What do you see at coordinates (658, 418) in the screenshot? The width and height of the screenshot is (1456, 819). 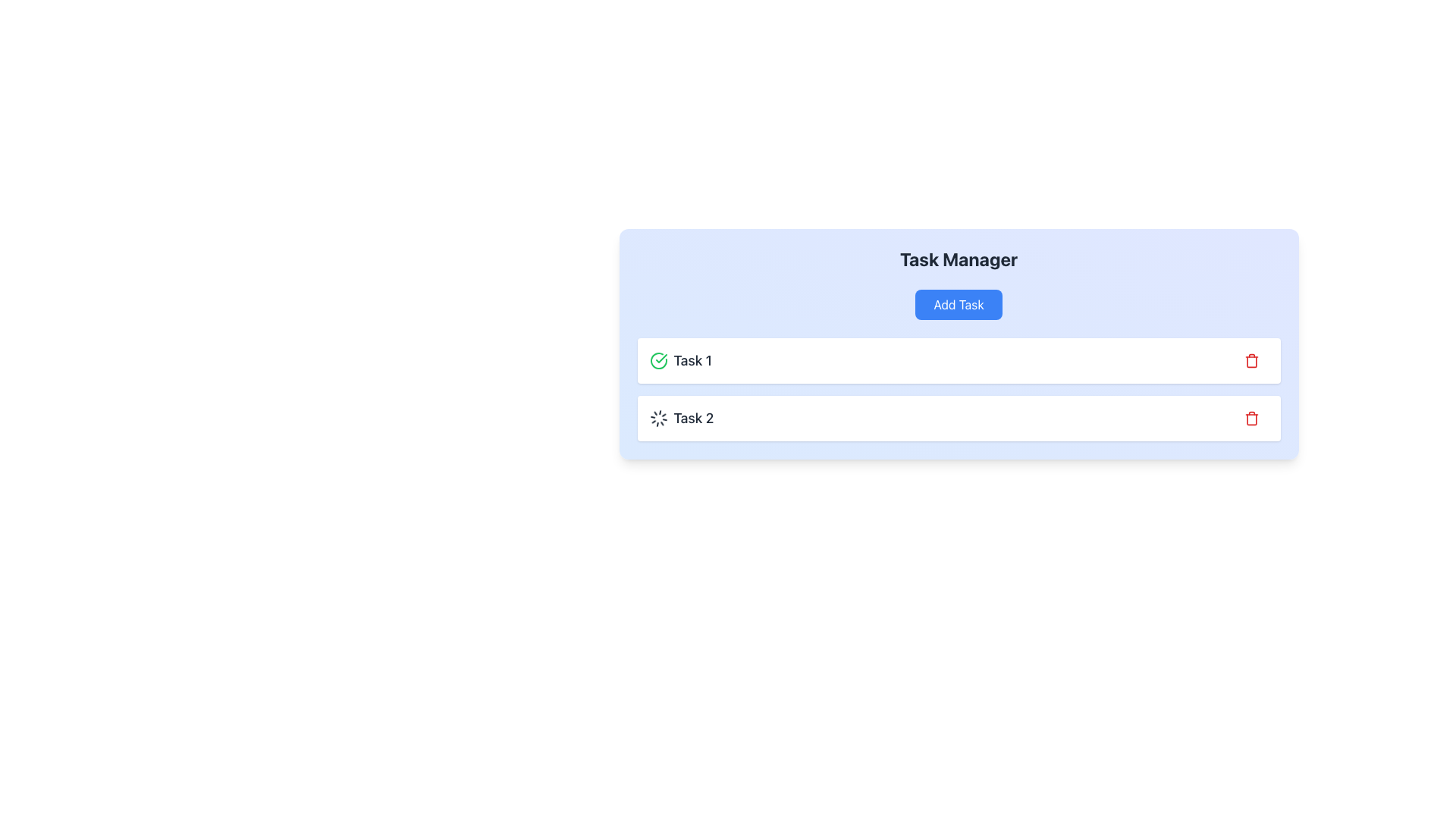 I see `the spinning loader icon located to the left of the text 'Task 2' in the second row of the task list under 'Task Manager'` at bounding box center [658, 418].